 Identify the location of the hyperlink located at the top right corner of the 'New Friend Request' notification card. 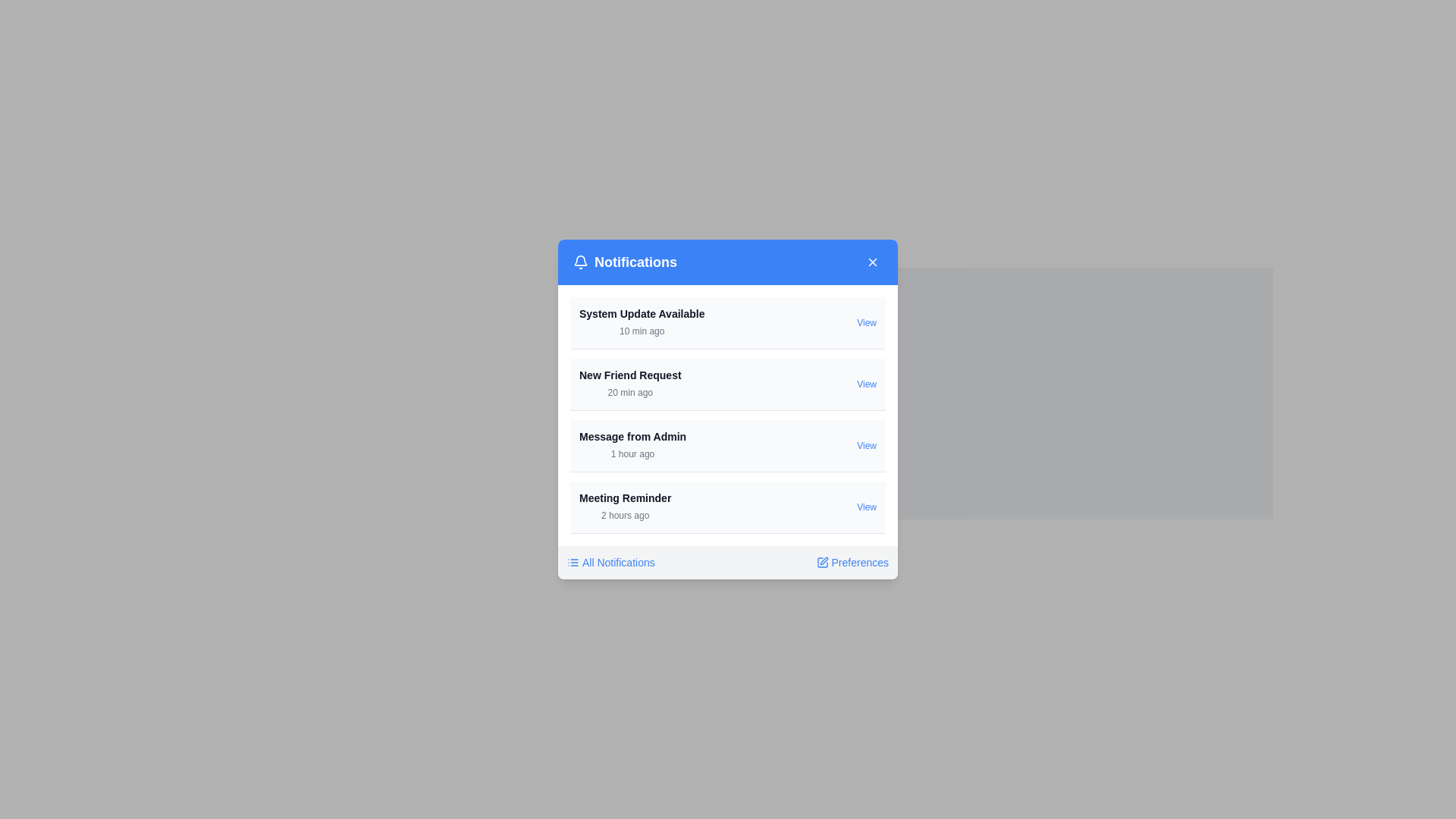
(867, 383).